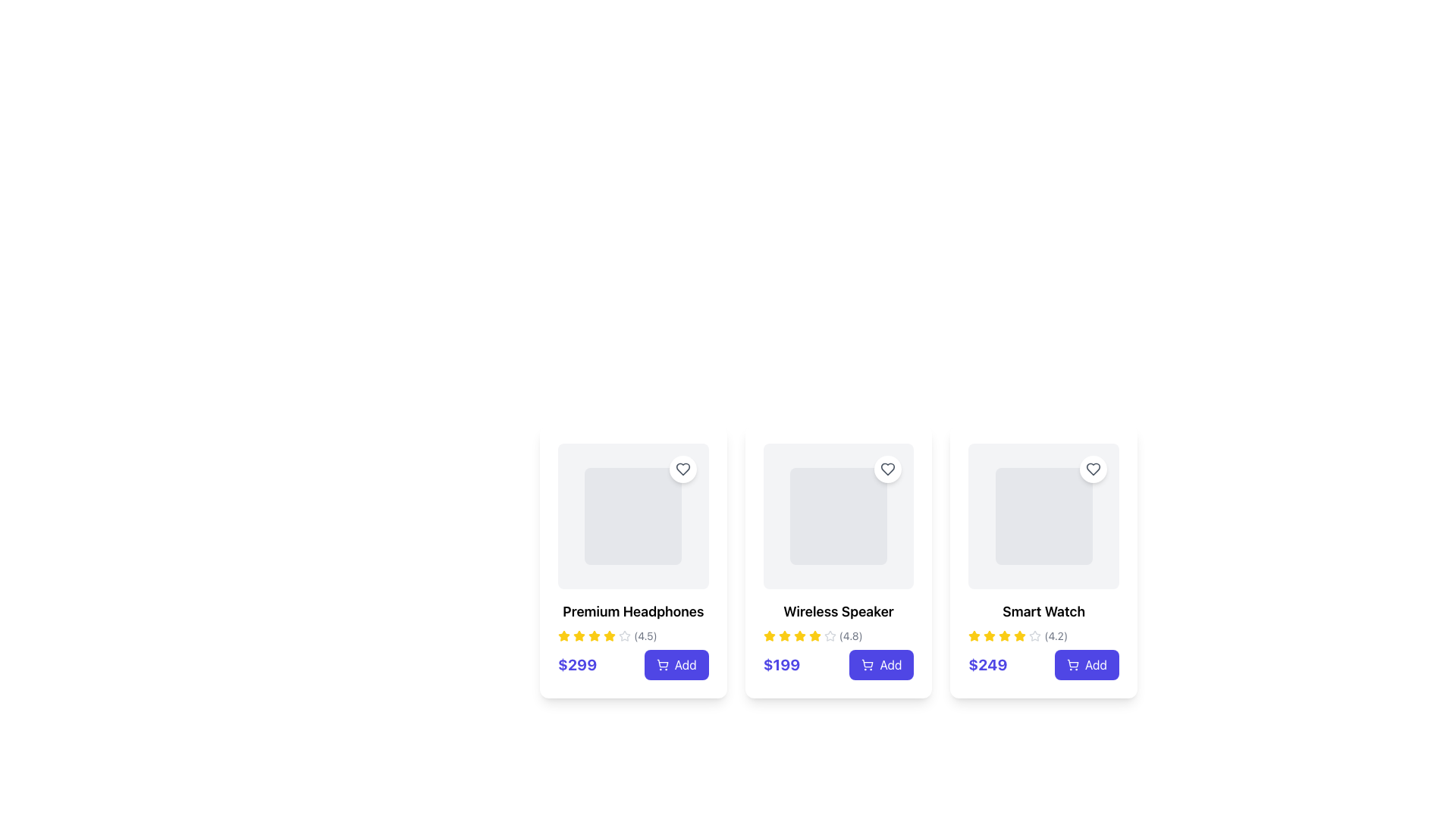  What do you see at coordinates (1093, 468) in the screenshot?
I see `the heart-shaped icon in the top-right corner of the 'Smart Watch' product card to mark the item as favorite` at bounding box center [1093, 468].